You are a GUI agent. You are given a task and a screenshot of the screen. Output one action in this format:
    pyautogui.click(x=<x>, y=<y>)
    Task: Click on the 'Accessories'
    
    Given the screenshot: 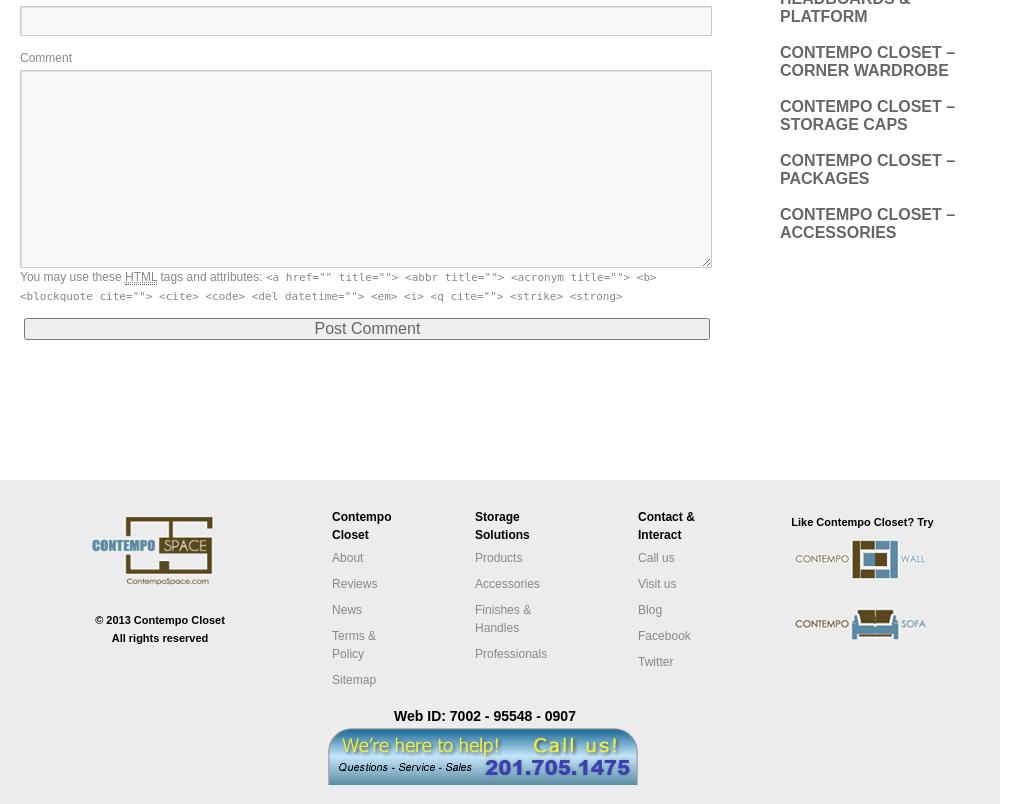 What is the action you would take?
    pyautogui.click(x=507, y=581)
    